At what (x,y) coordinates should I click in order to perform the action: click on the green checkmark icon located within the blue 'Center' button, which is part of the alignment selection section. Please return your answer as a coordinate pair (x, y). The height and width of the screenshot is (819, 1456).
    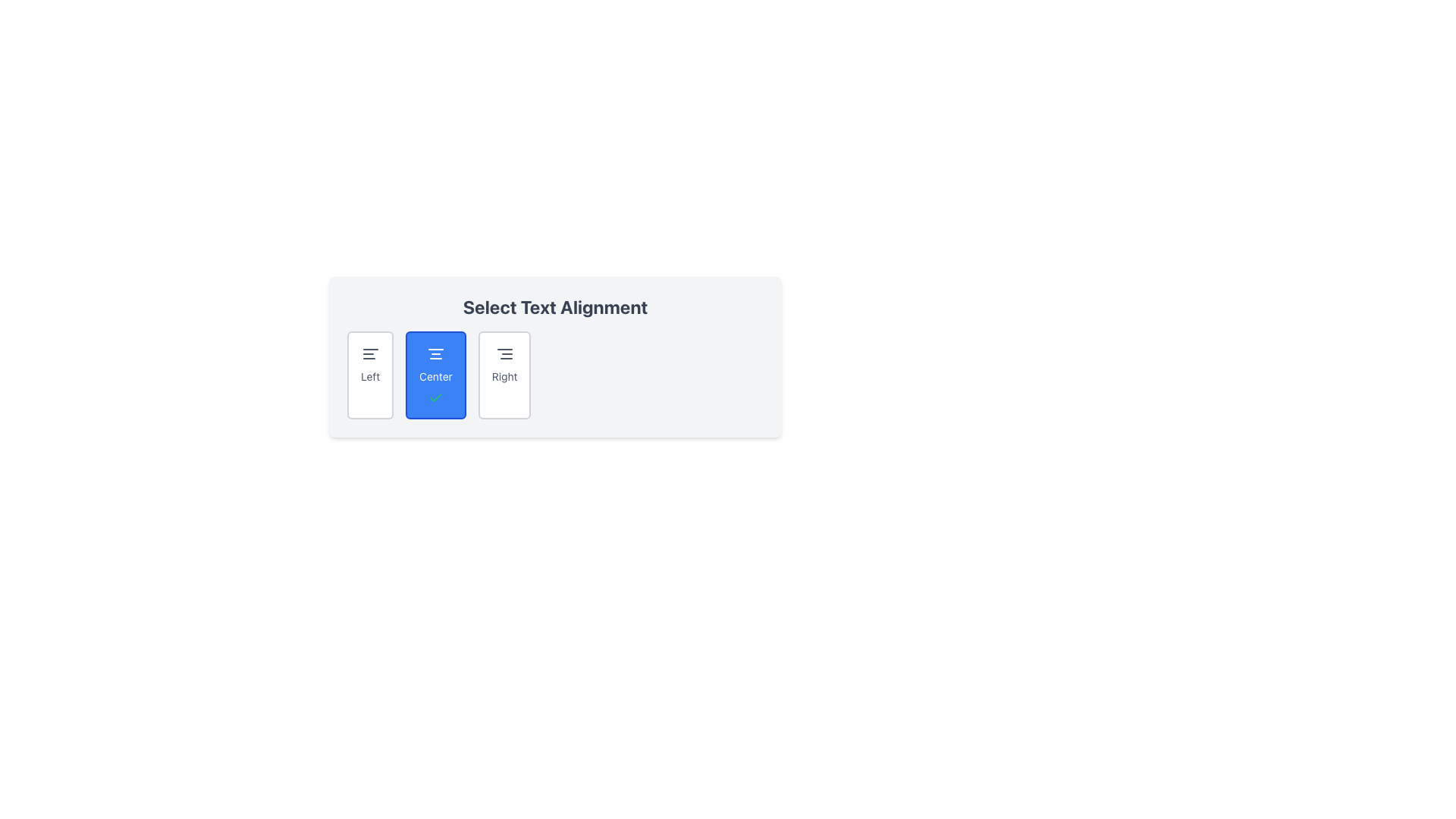
    Looking at the image, I should click on (435, 397).